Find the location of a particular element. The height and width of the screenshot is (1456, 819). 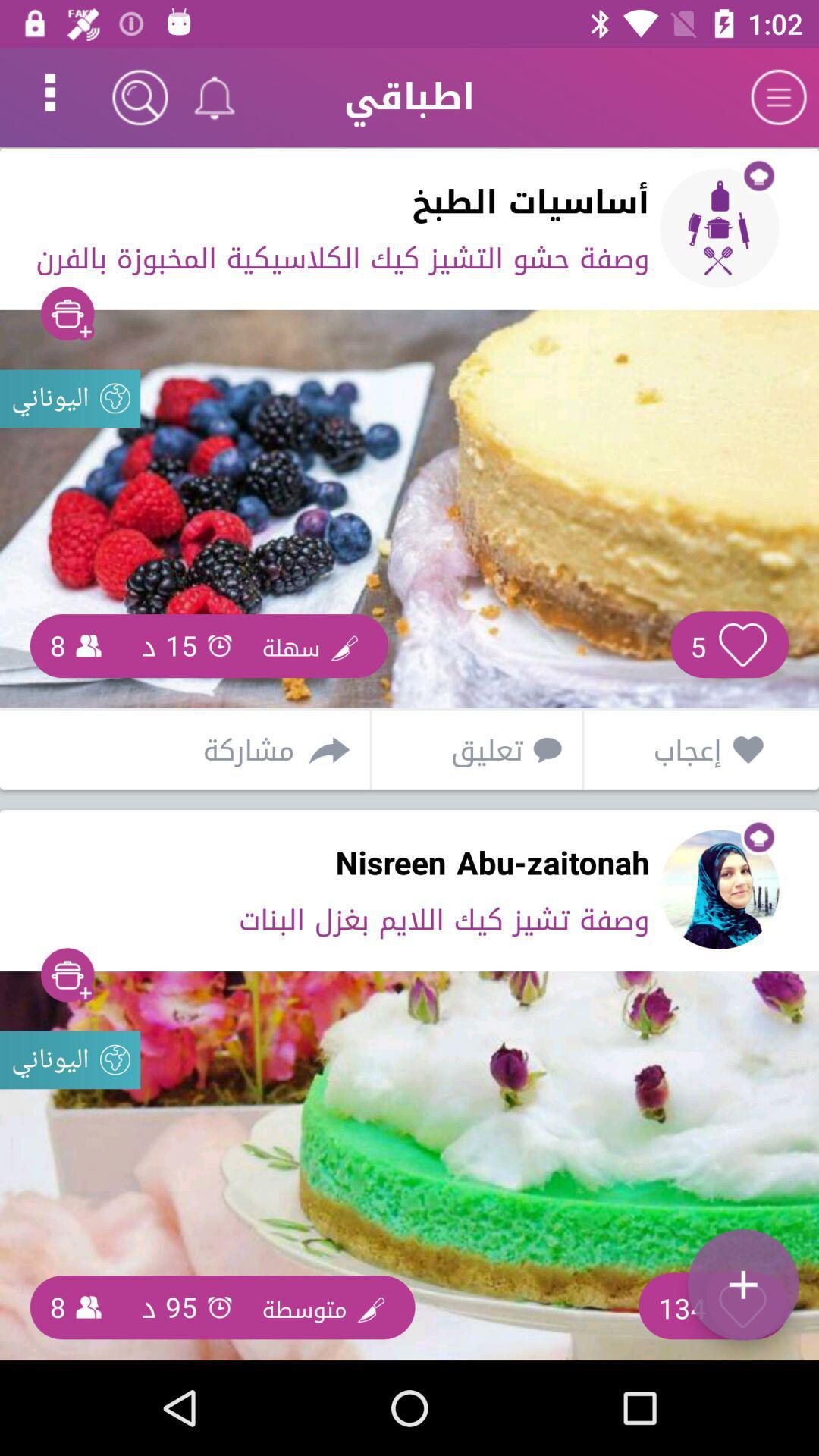

the more icon is located at coordinates (49, 96).